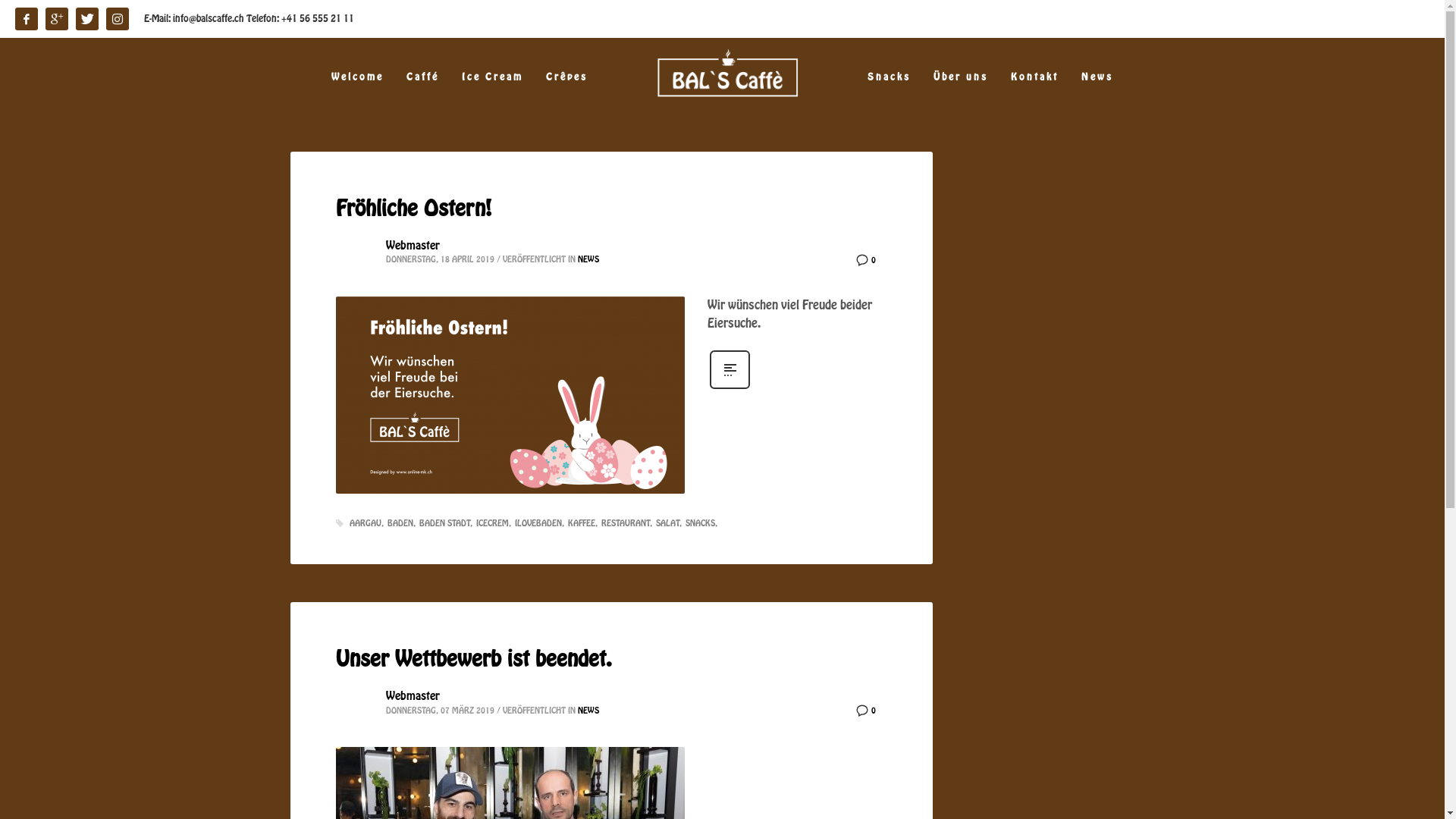  I want to click on 'Google', so click(57, 18).